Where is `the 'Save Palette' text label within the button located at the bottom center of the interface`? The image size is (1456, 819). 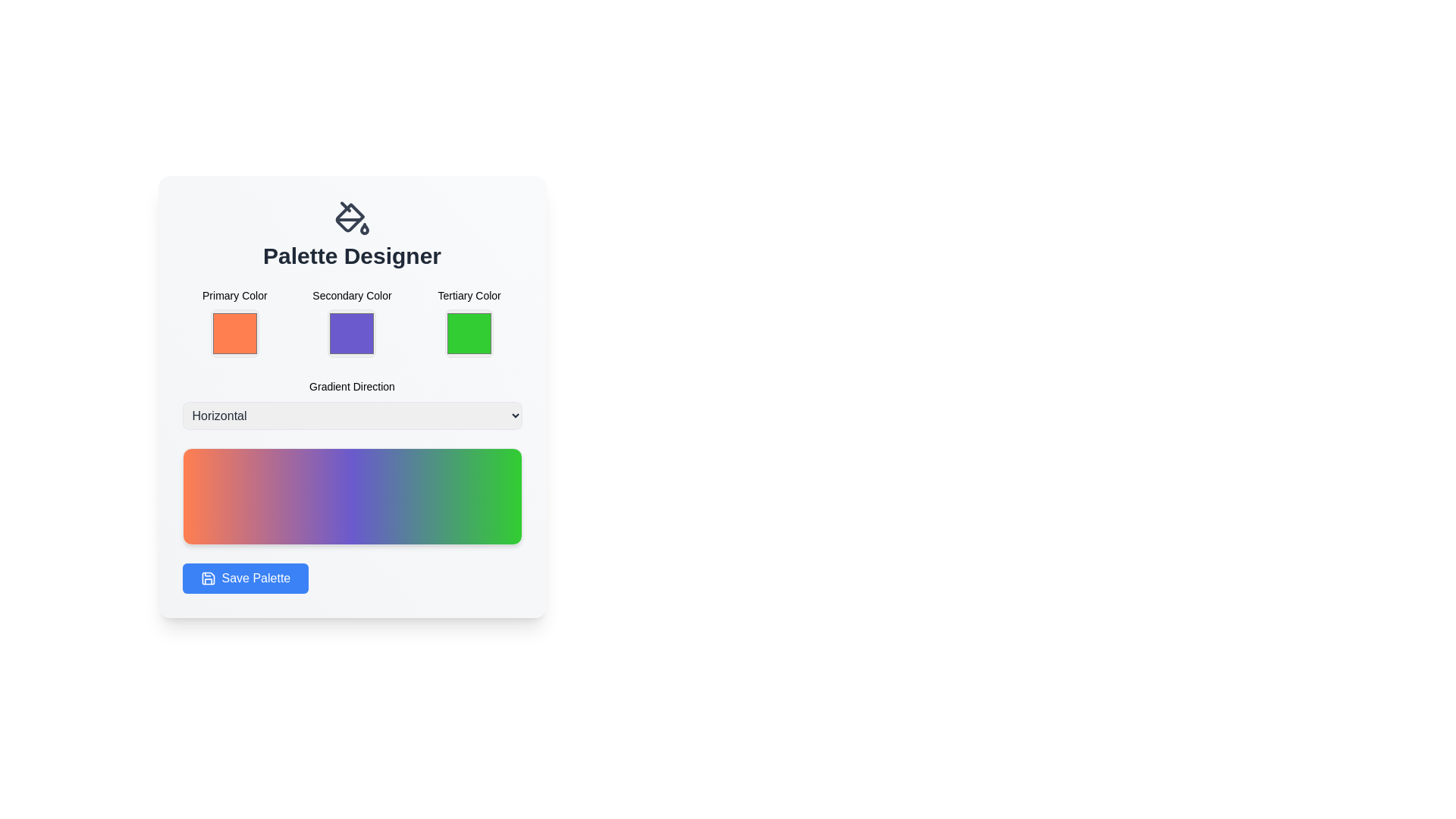
the 'Save Palette' text label within the button located at the bottom center of the interface is located at coordinates (256, 579).